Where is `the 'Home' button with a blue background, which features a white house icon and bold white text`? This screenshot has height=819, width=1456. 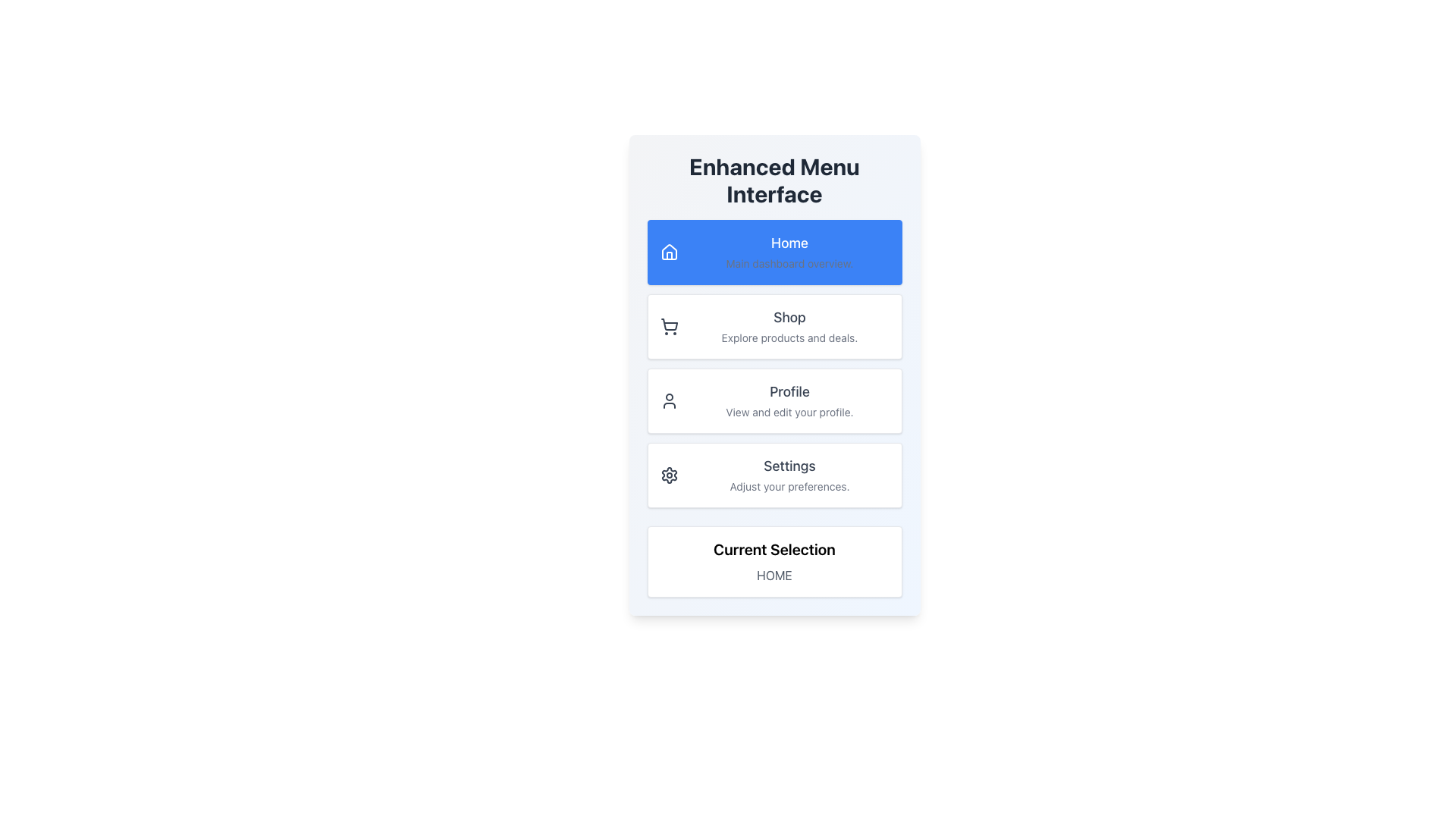 the 'Home' button with a blue background, which features a white house icon and bold white text is located at coordinates (774, 251).